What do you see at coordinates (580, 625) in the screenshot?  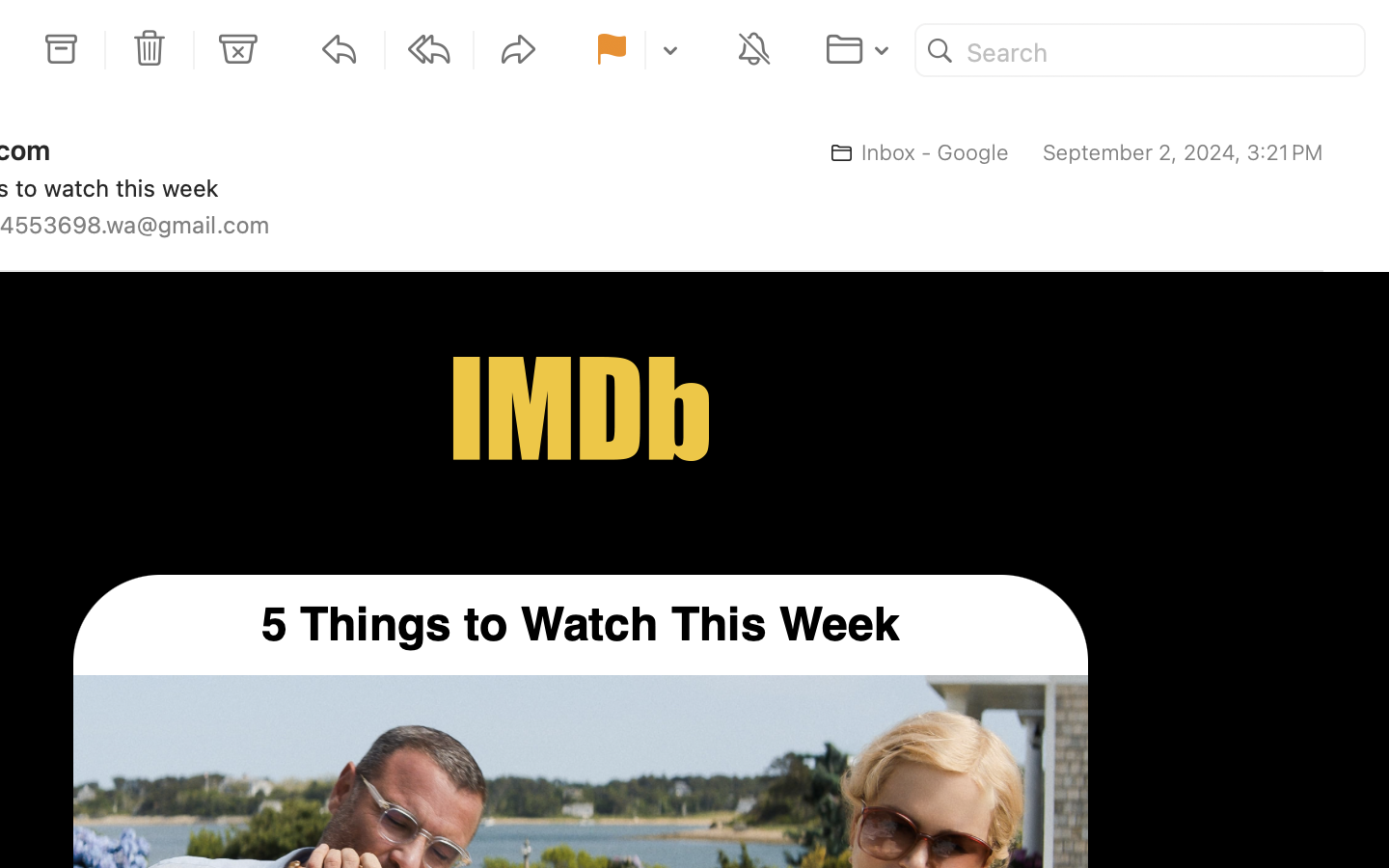 I see `'5 Things to Watch This Week'` at bounding box center [580, 625].